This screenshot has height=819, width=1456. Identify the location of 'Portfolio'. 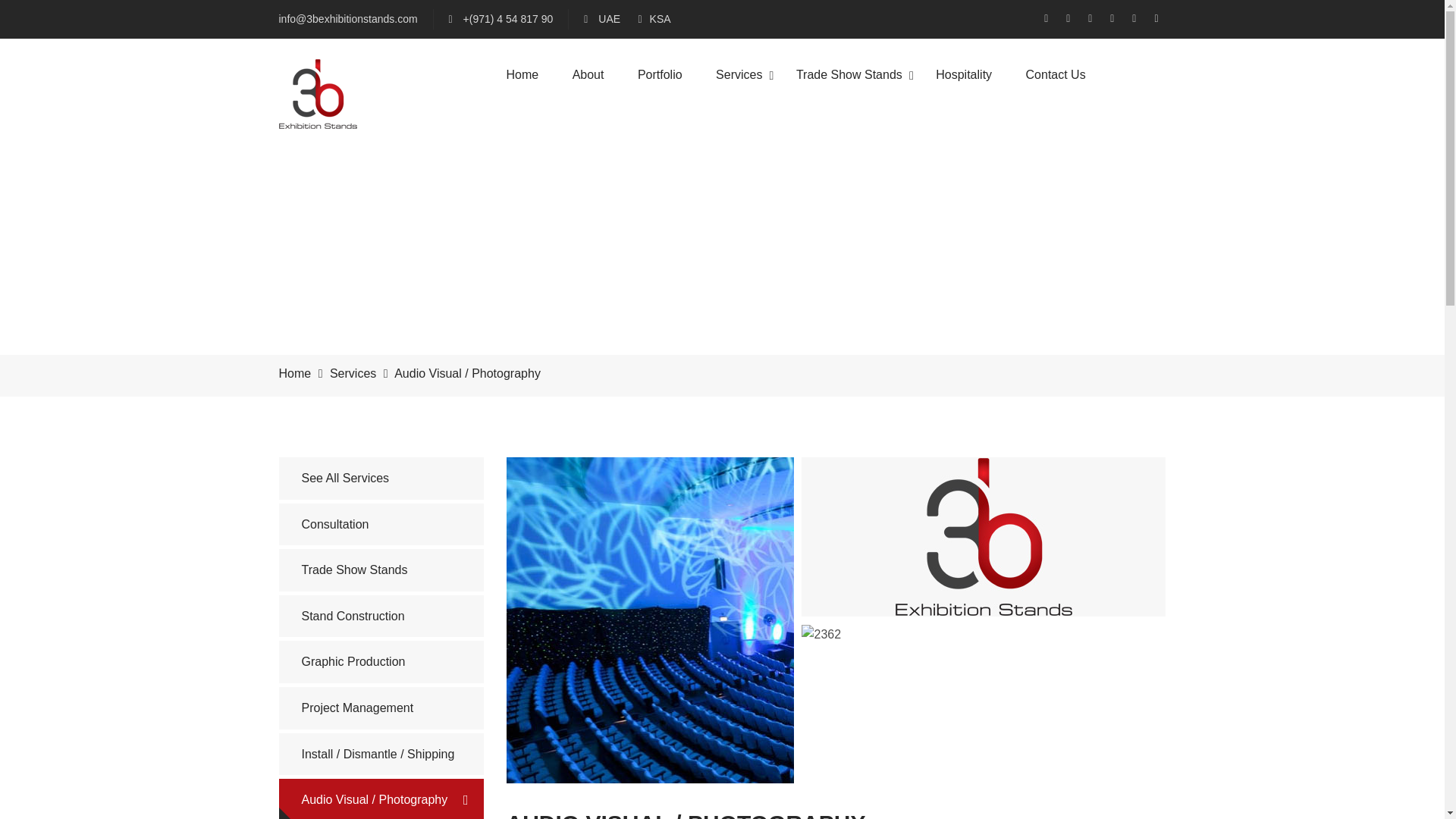
(637, 74).